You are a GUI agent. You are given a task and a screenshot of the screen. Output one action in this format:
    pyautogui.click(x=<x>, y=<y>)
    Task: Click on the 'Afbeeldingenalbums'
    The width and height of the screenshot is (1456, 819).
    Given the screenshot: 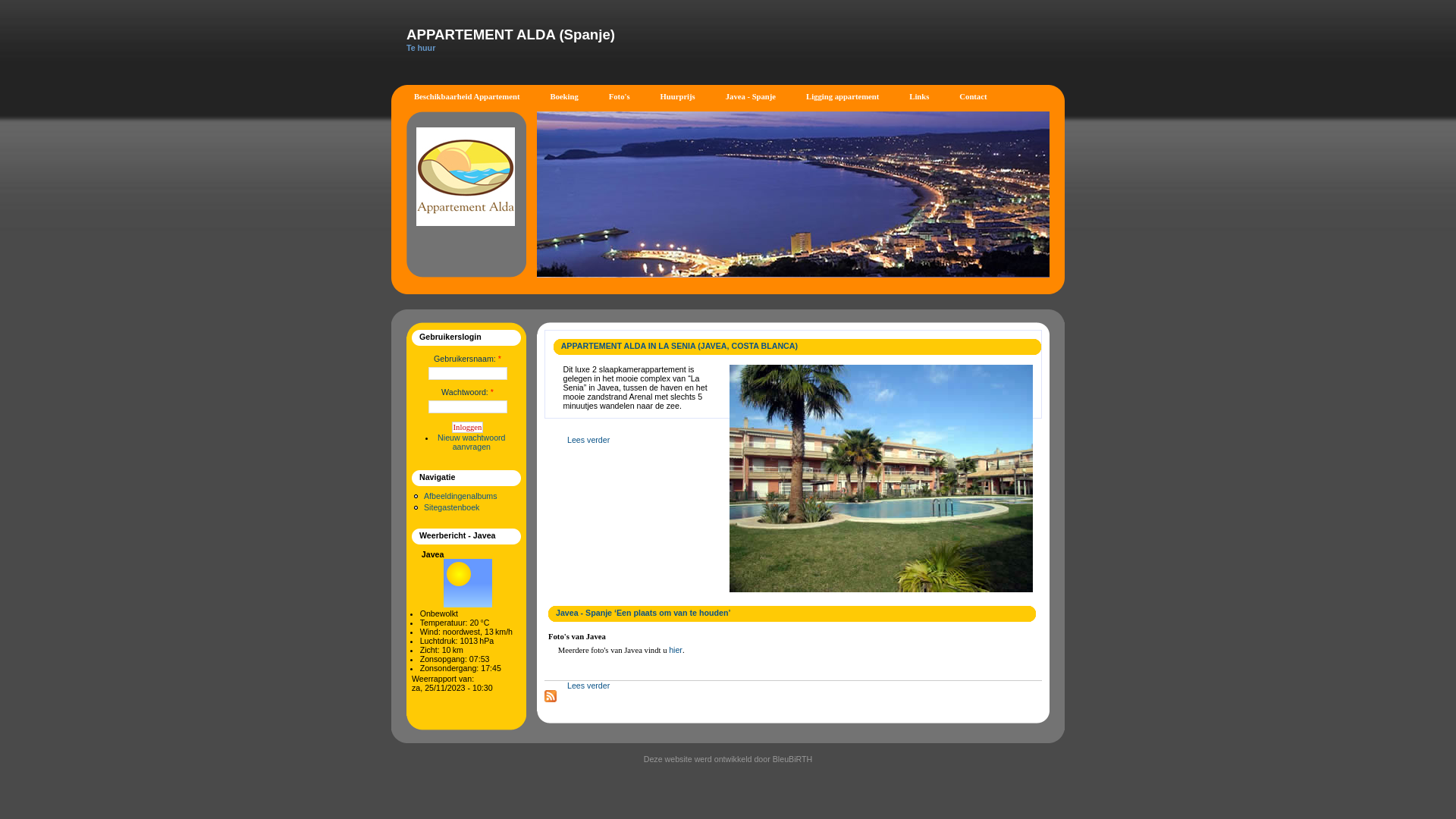 What is the action you would take?
    pyautogui.click(x=423, y=496)
    